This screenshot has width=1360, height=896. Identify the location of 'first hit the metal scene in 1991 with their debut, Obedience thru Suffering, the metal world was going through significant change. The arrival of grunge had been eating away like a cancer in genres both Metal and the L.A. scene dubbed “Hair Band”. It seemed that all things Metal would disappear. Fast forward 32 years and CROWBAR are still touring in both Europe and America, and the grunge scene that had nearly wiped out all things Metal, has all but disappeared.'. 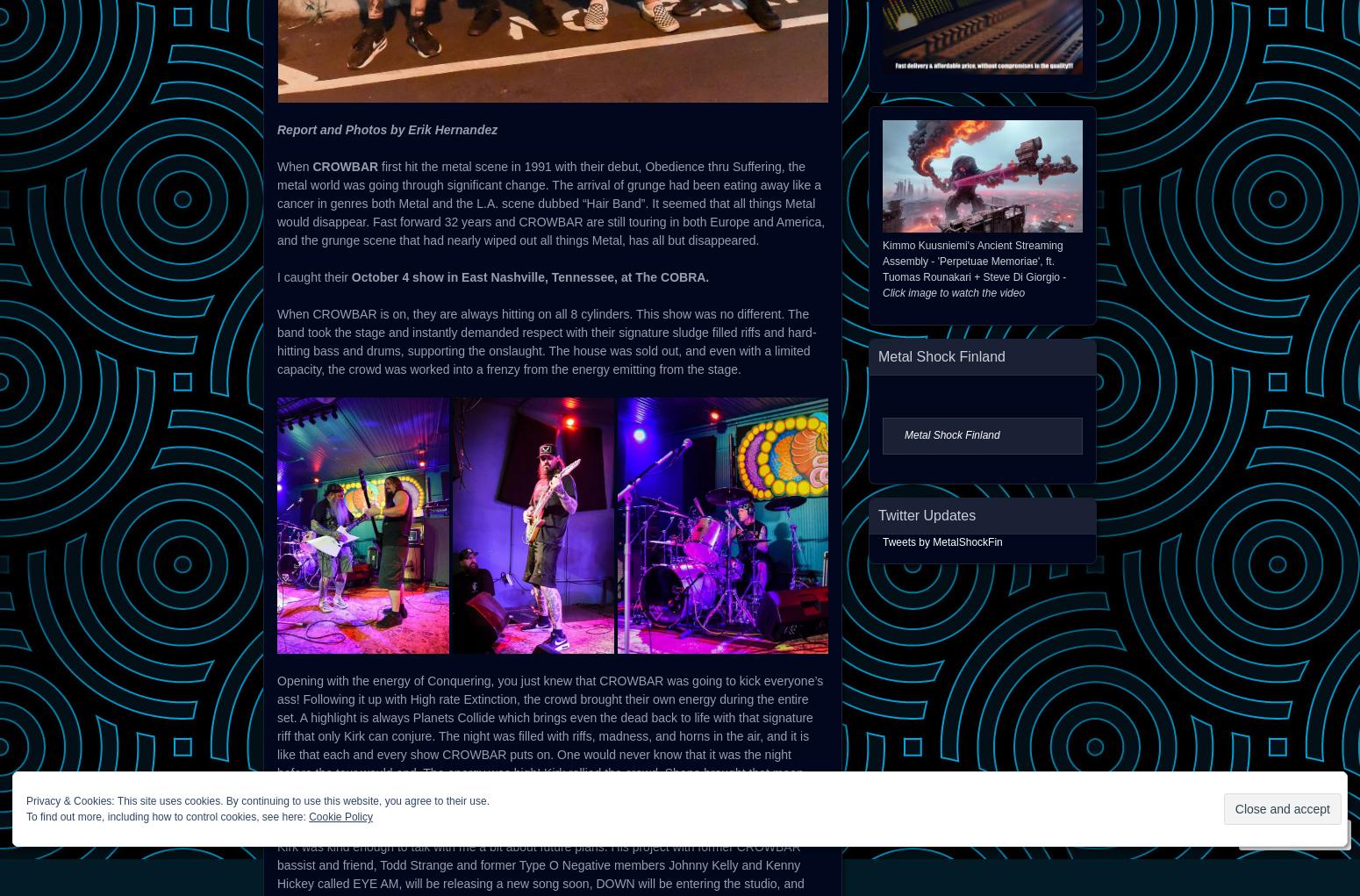
(550, 202).